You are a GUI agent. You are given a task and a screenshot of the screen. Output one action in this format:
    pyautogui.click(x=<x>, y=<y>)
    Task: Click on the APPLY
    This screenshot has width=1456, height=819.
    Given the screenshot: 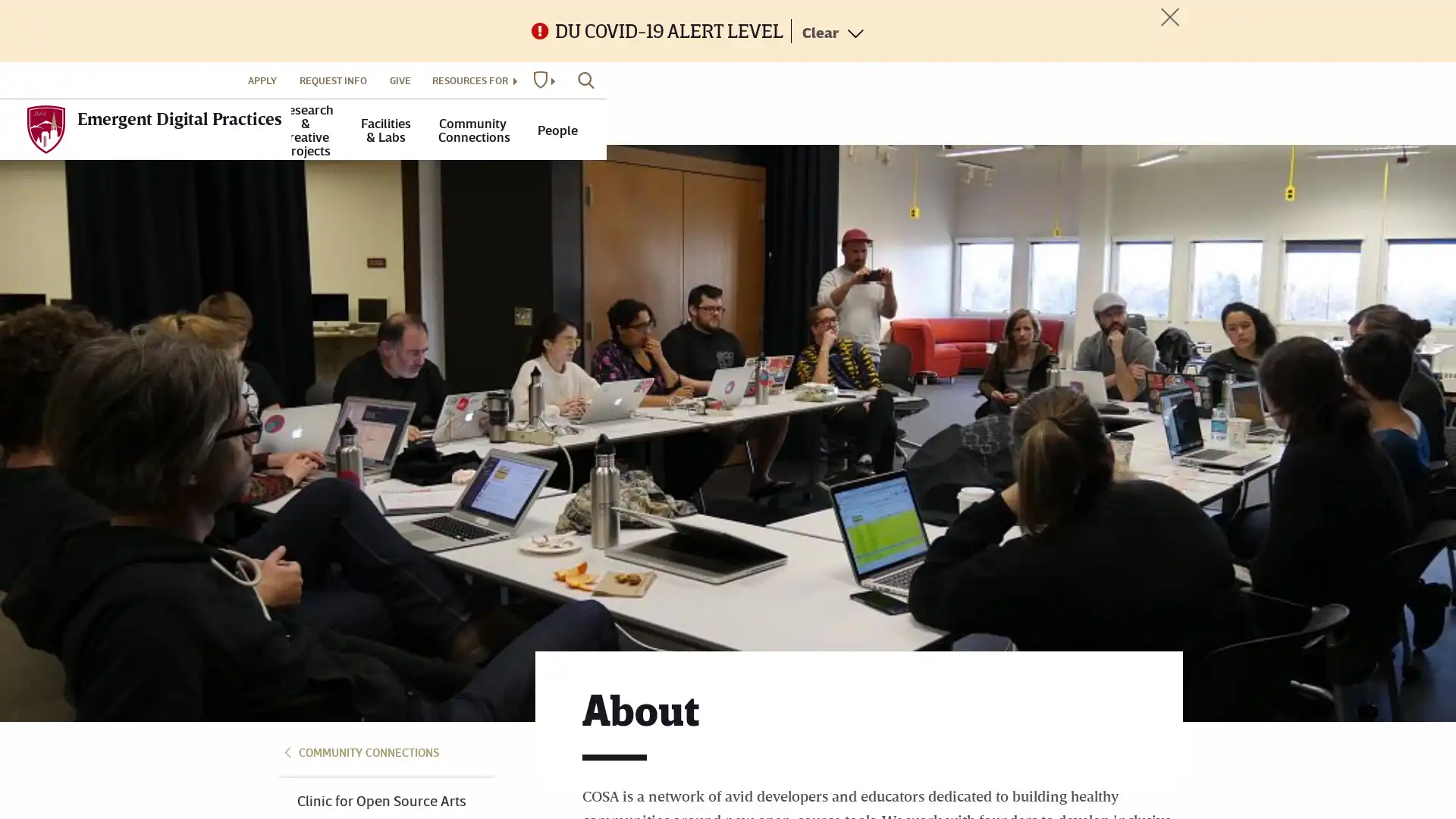 What is the action you would take?
    pyautogui.click(x=837, y=80)
    